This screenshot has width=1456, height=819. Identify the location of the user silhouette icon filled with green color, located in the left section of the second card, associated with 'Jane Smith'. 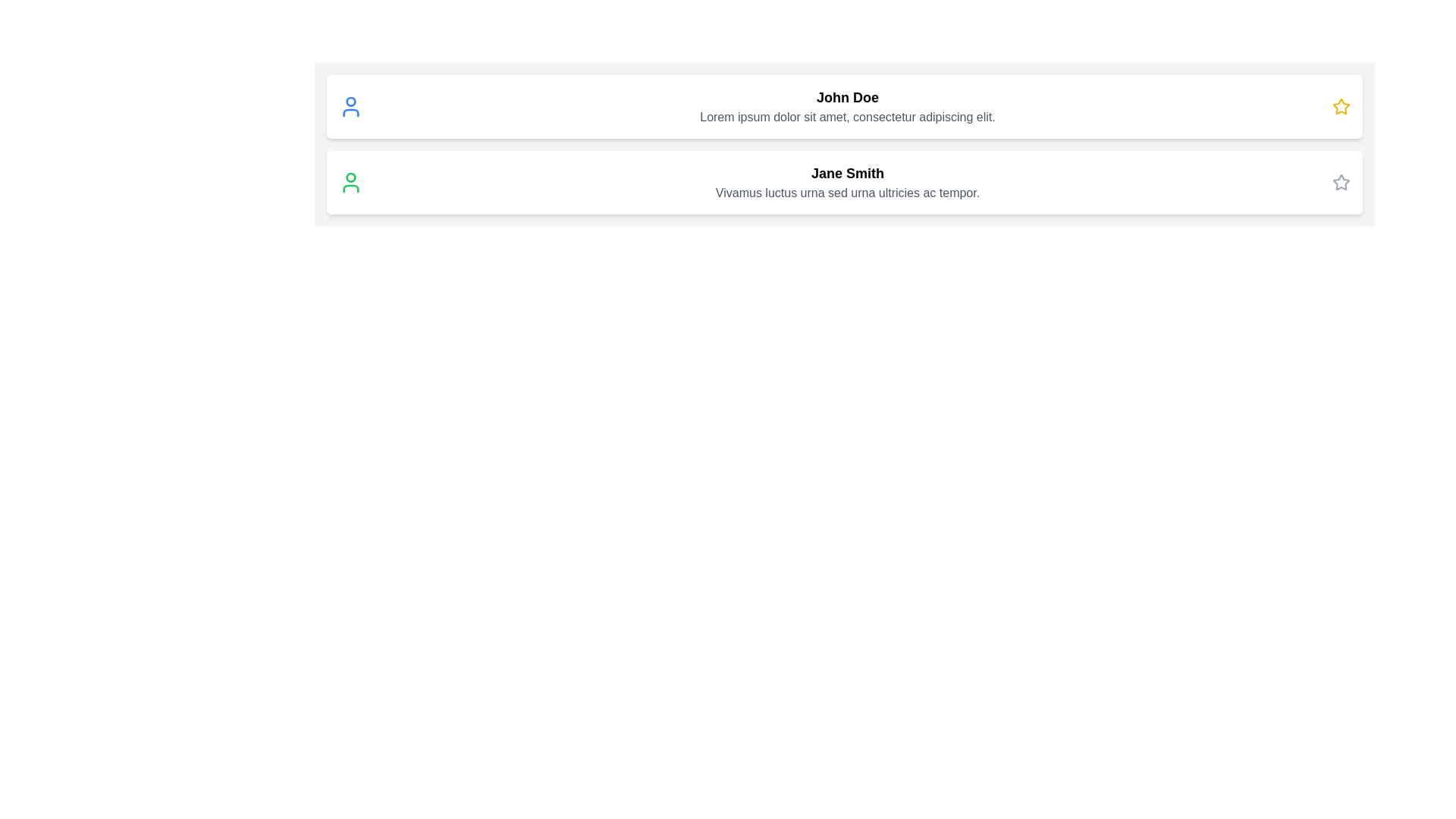
(350, 181).